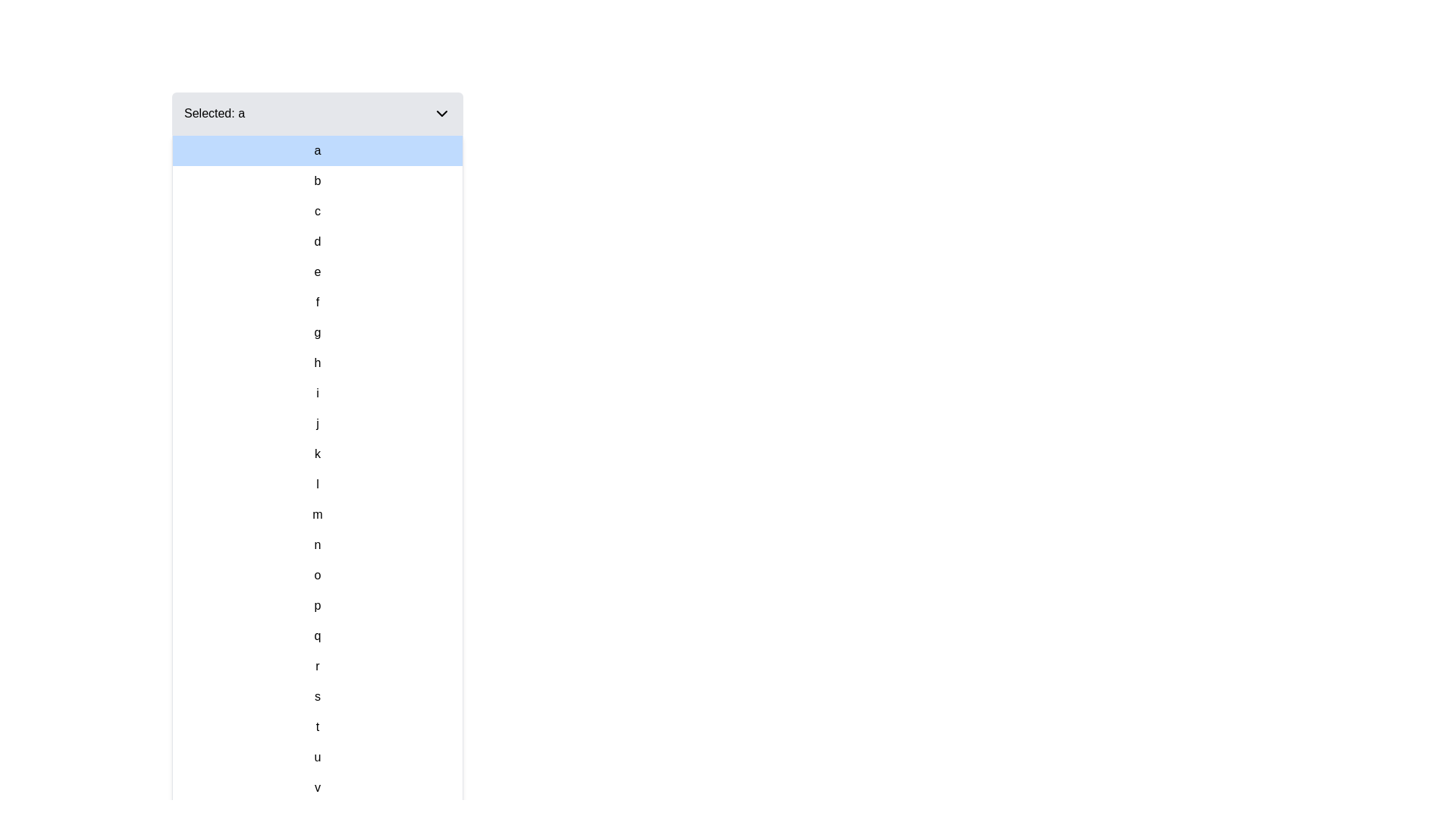 The width and height of the screenshot is (1456, 819). I want to click on the text-based list item displaying the letter 'r', which is part of a vertical list of alphabetic characters, positioned between 'q' and 's', so click(316, 666).